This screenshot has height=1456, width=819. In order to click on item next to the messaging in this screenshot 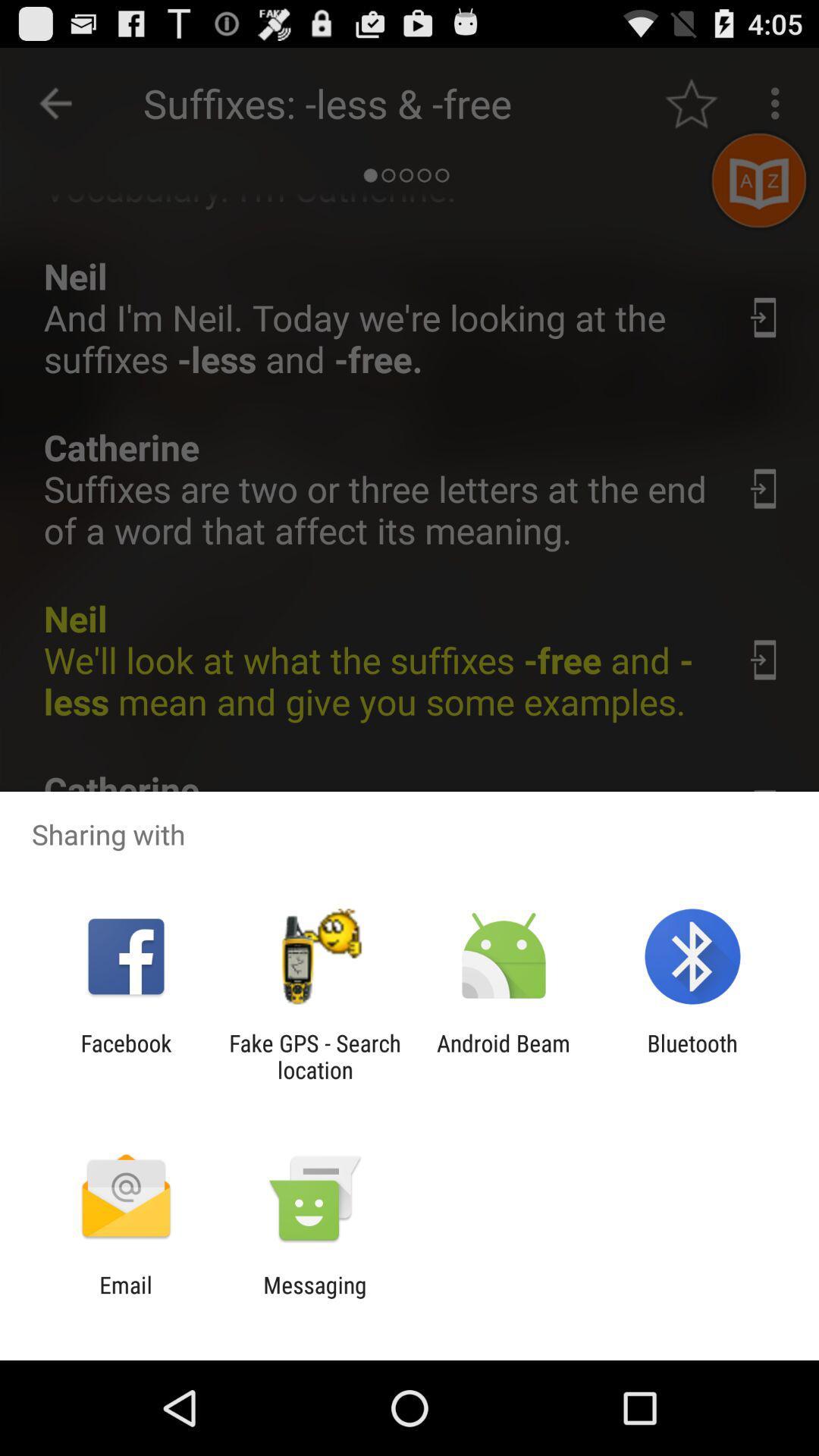, I will do `click(125, 1298)`.